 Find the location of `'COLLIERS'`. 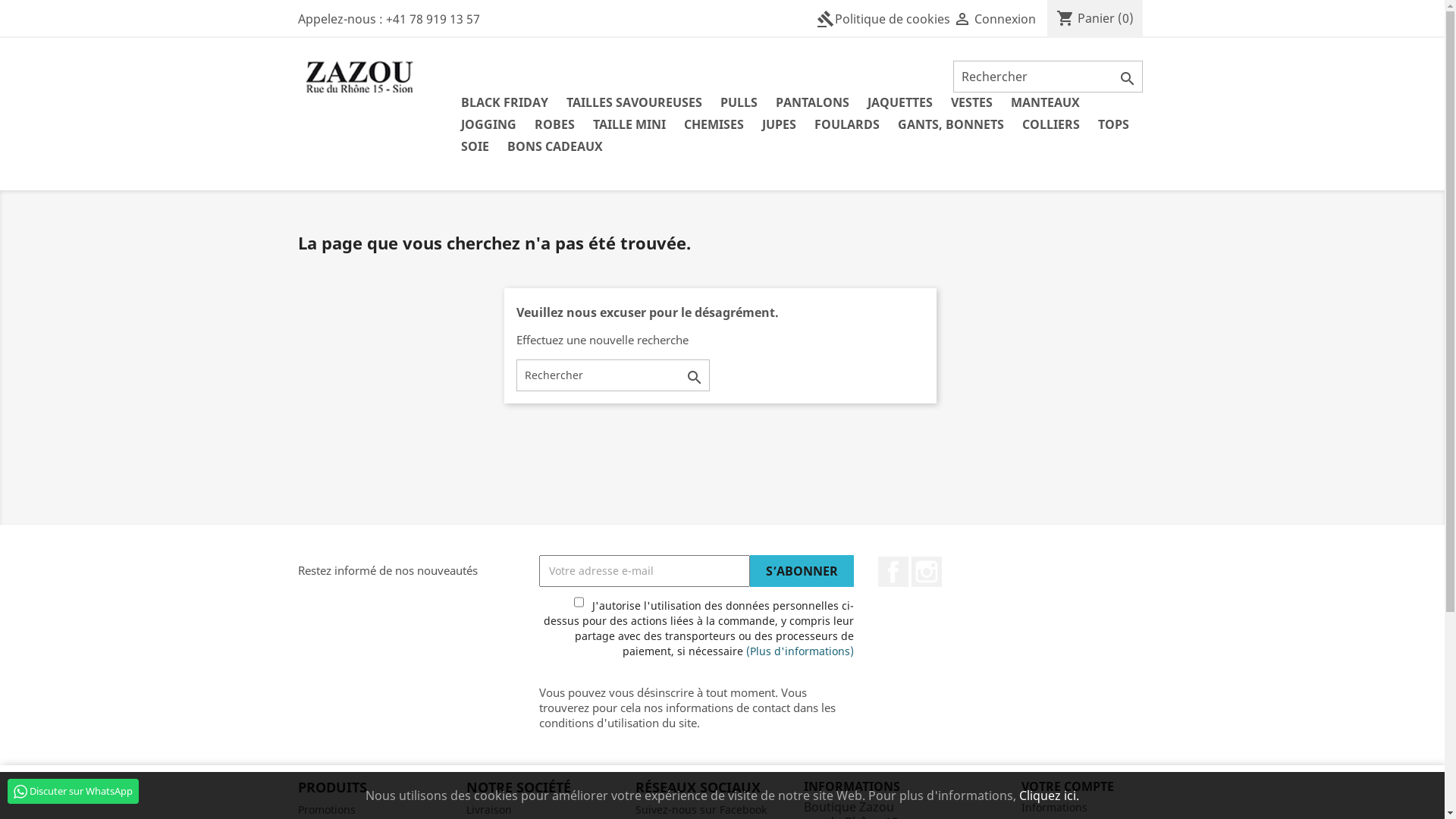

'COLLIERS' is located at coordinates (1050, 124).